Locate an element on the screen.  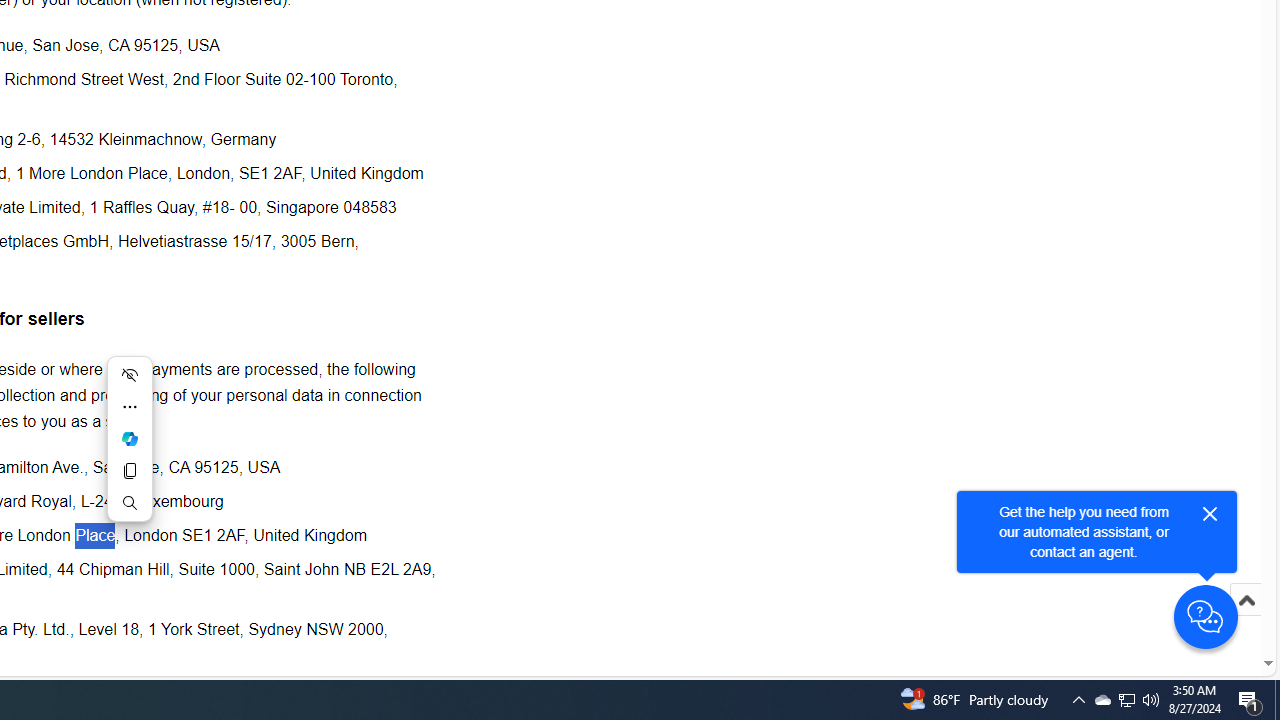
'Copy' is located at coordinates (128, 470).